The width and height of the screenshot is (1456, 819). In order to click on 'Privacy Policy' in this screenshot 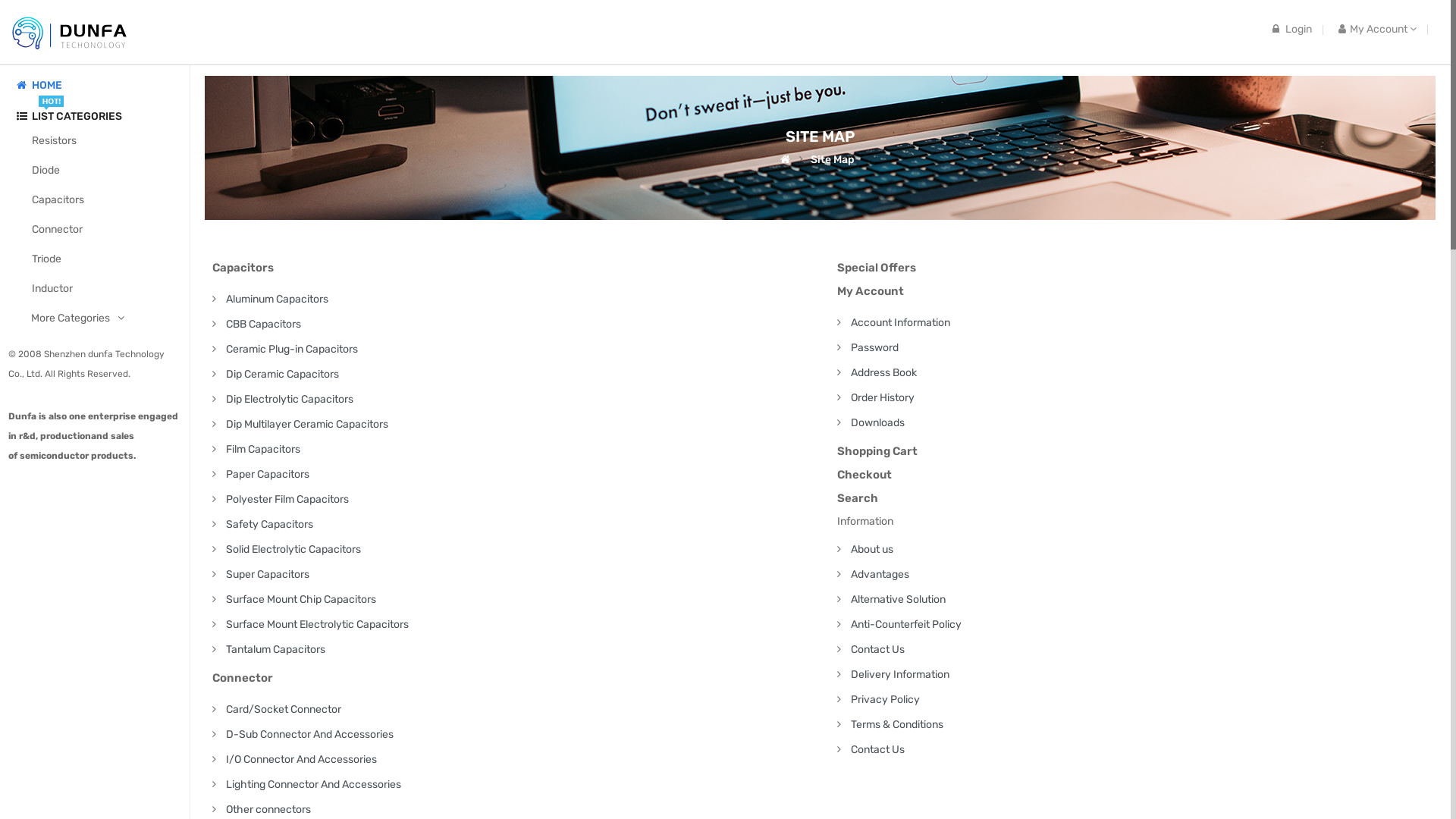, I will do `click(885, 699)`.